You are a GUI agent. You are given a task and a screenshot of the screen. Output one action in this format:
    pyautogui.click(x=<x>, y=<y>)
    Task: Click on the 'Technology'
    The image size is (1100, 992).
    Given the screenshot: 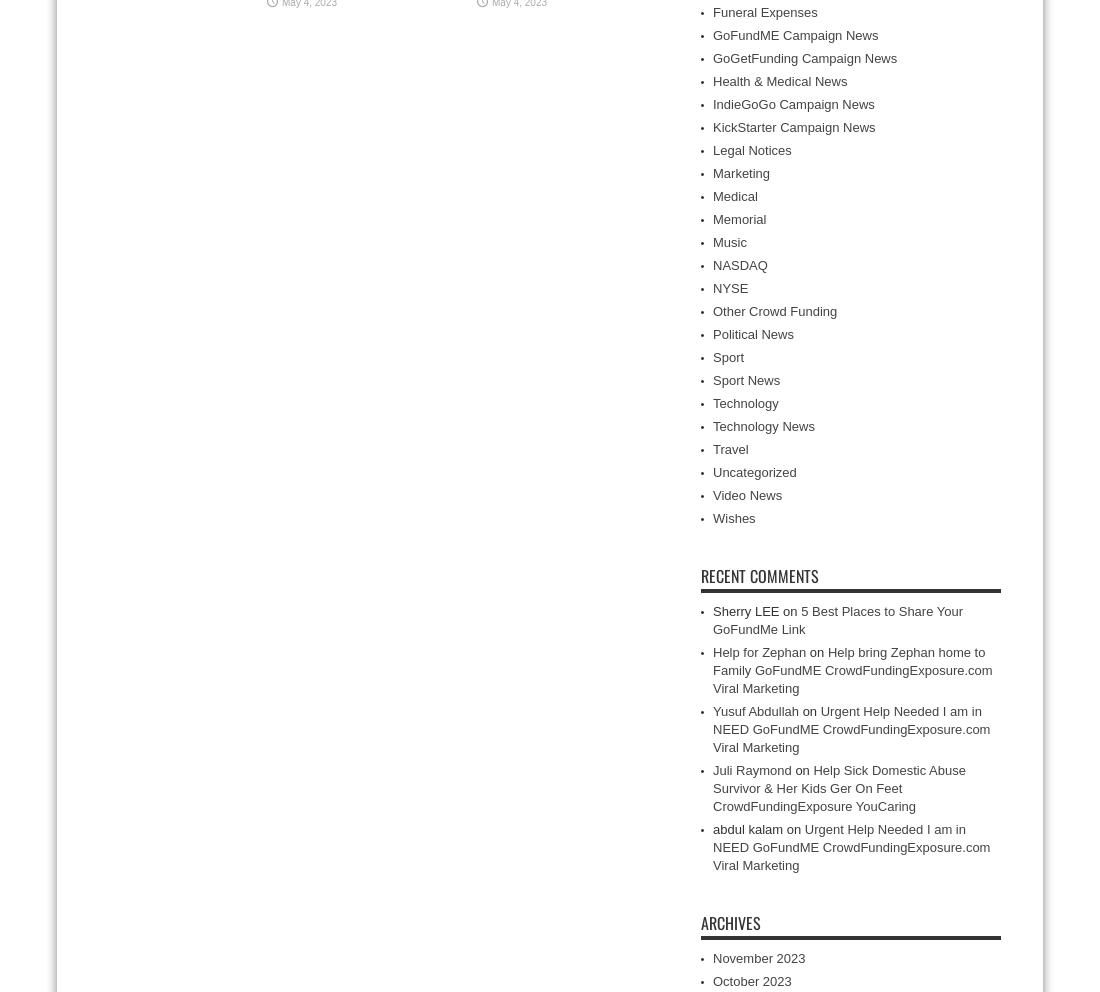 What is the action you would take?
    pyautogui.click(x=744, y=403)
    